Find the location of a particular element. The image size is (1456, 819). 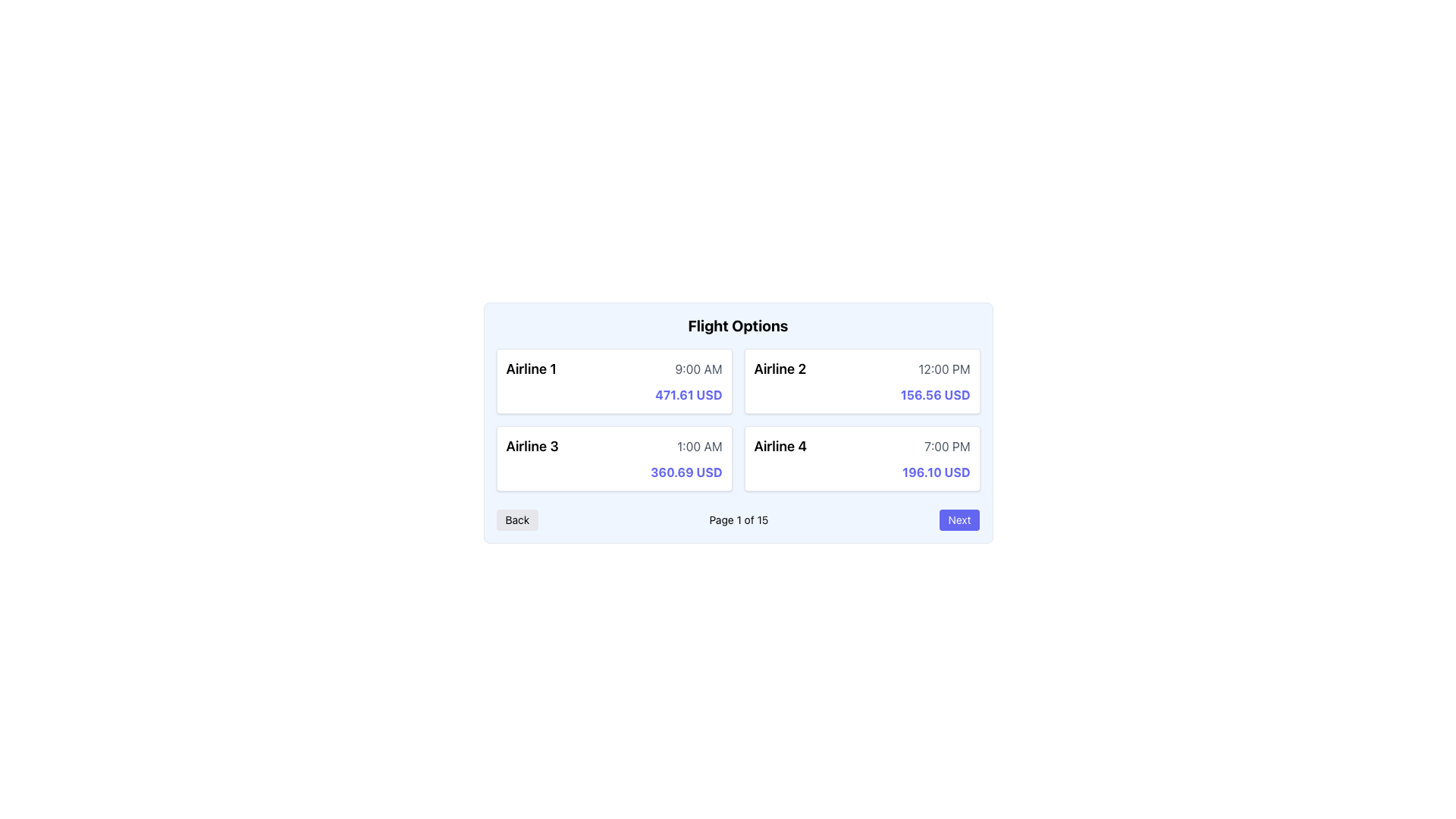

the text label displaying 'Airline 4', which is styled with a bold font and larger size, located in the bottom right corner of the interface within the fourth white card in a two-by-two grid layout is located at coordinates (780, 446).